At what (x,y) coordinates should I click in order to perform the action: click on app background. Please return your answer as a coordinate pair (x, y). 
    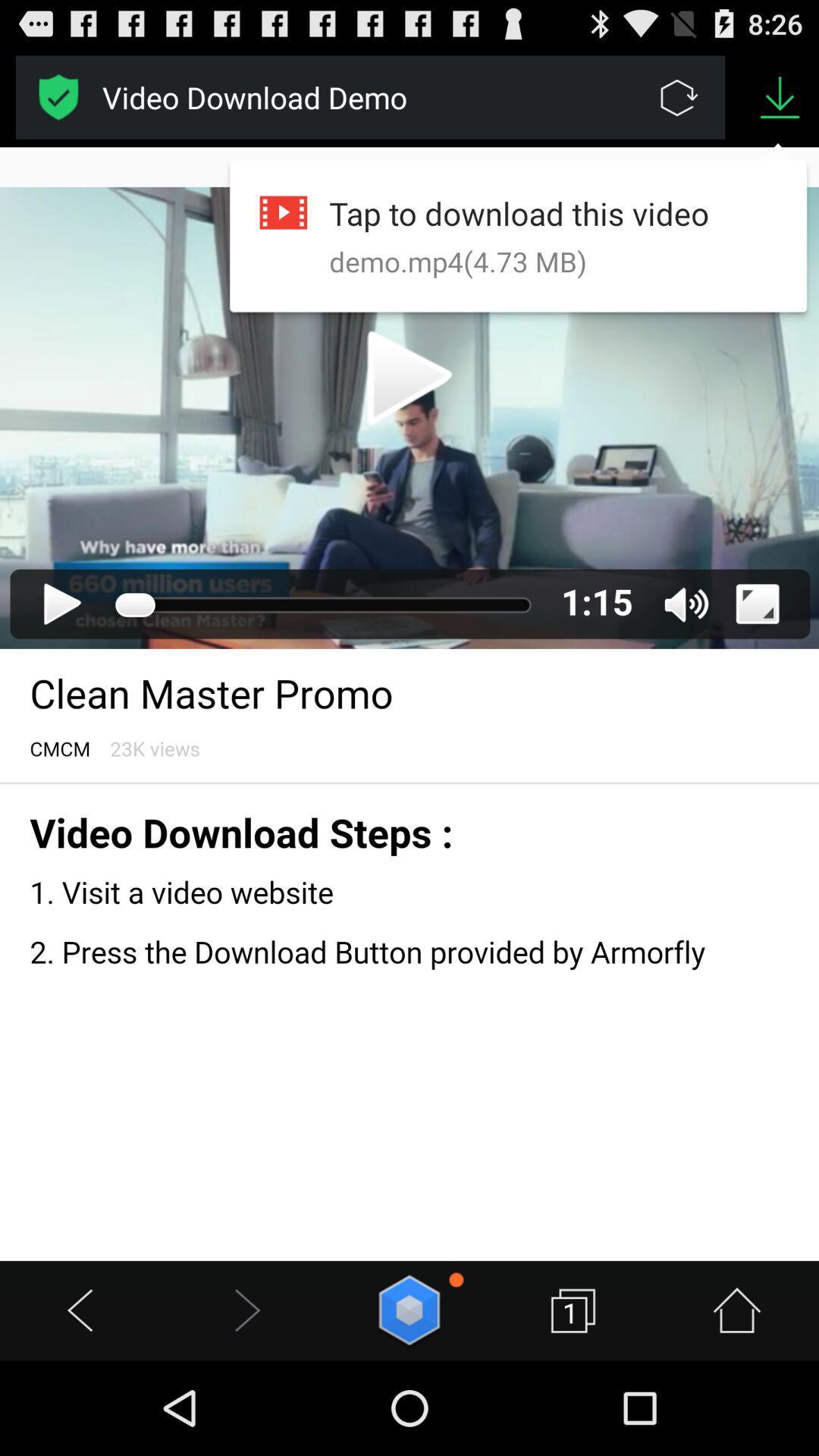
    Looking at the image, I should click on (409, 703).